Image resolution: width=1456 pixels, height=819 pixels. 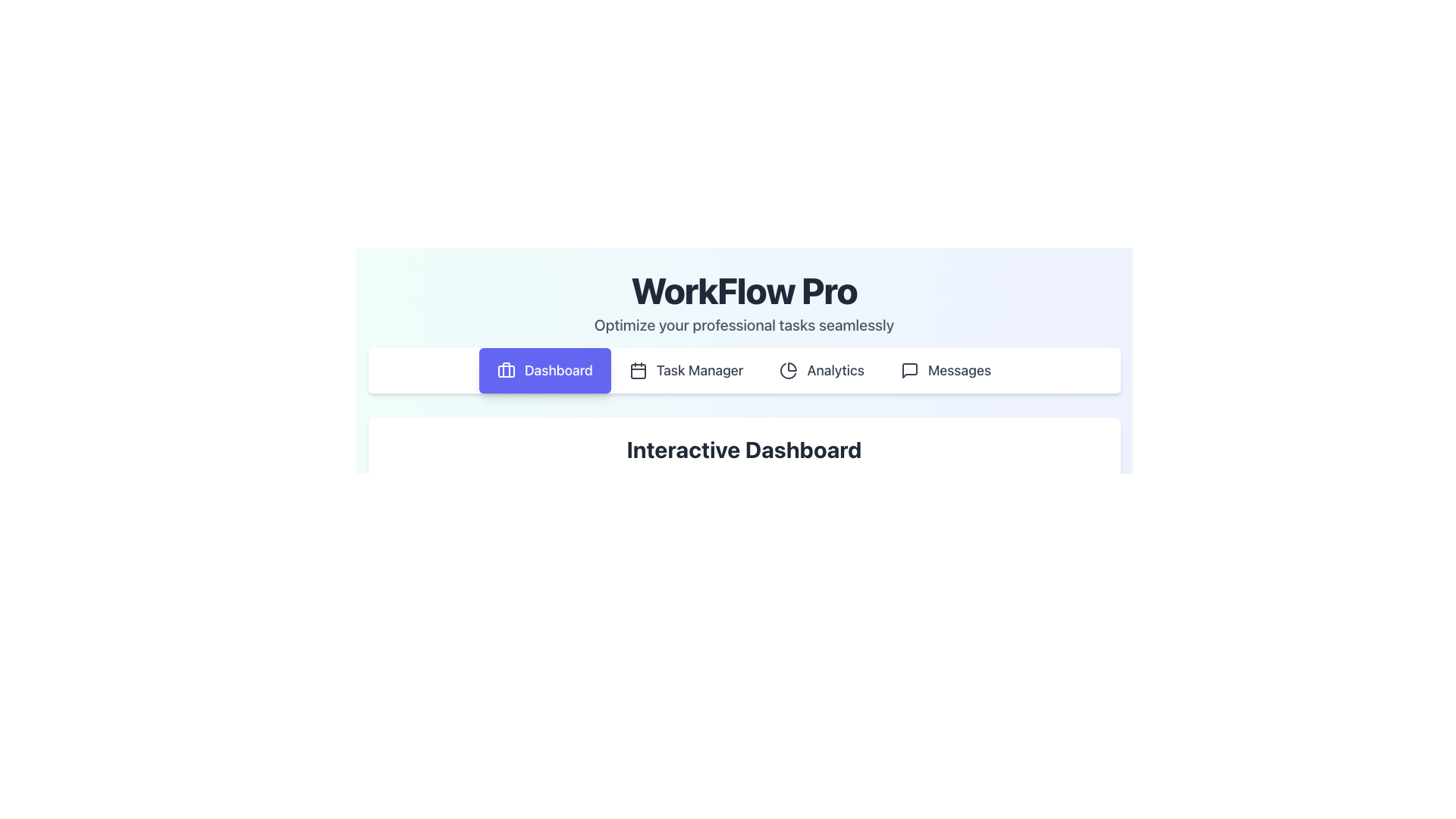 I want to click on the text label displaying 'Optimize your professional tasks seamlessly', located below the title 'WorkFlow Pro', so click(x=744, y=324).